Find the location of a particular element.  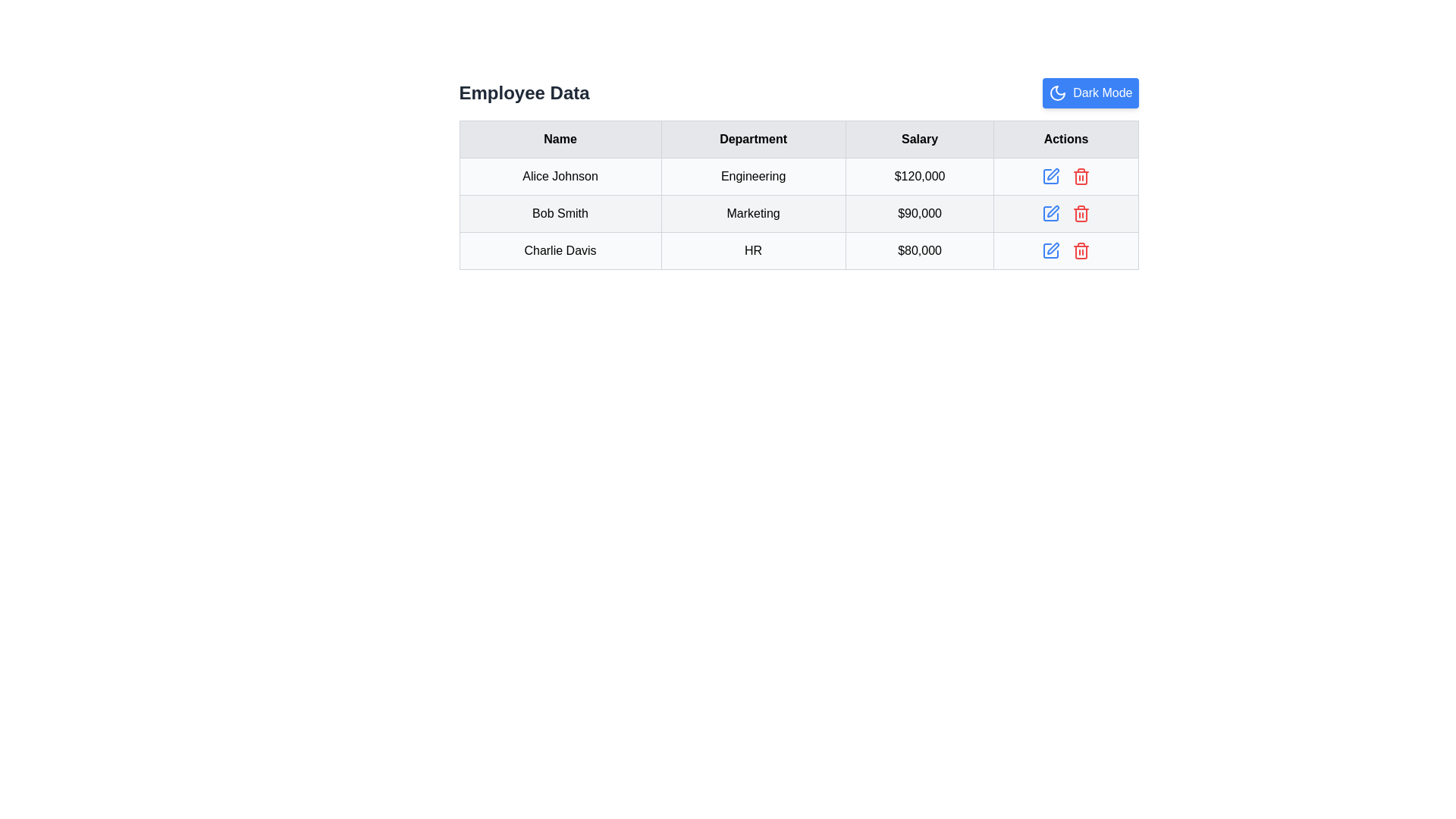

the delete icon in the action buttons pair for 'Charlie Davis' in the third row of the table is located at coordinates (1065, 250).